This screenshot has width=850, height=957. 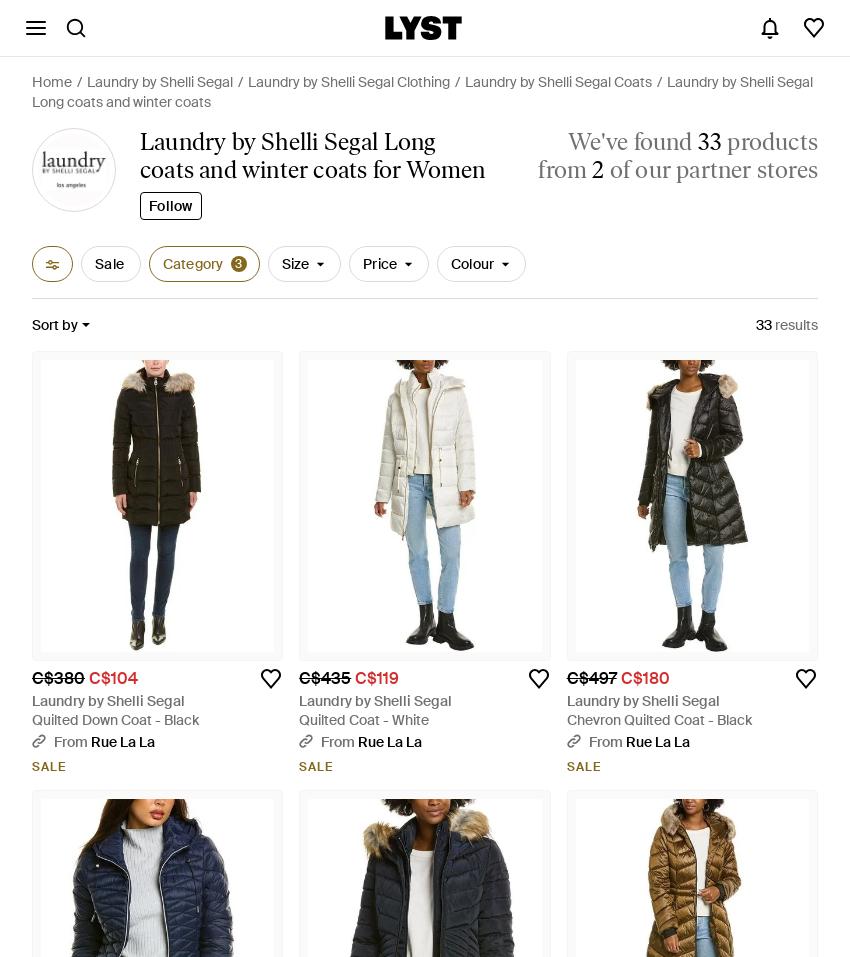 I want to click on 'Price', so click(x=362, y=263).